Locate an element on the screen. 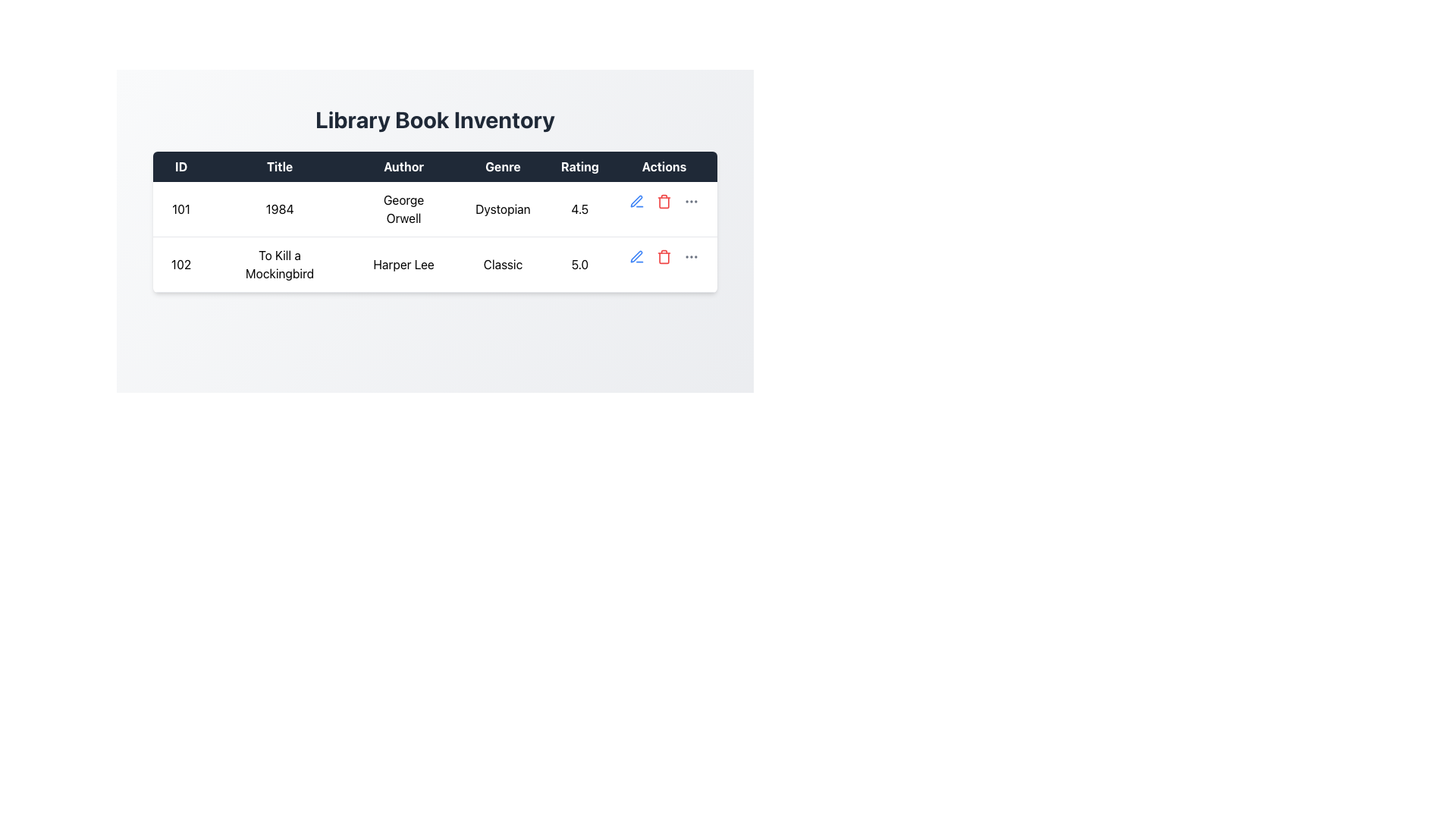 Image resolution: width=1456 pixels, height=819 pixels. the rectangular text label displaying the word 'Dystopian' in the Genre column of the Library Book Inventory table is located at coordinates (503, 209).